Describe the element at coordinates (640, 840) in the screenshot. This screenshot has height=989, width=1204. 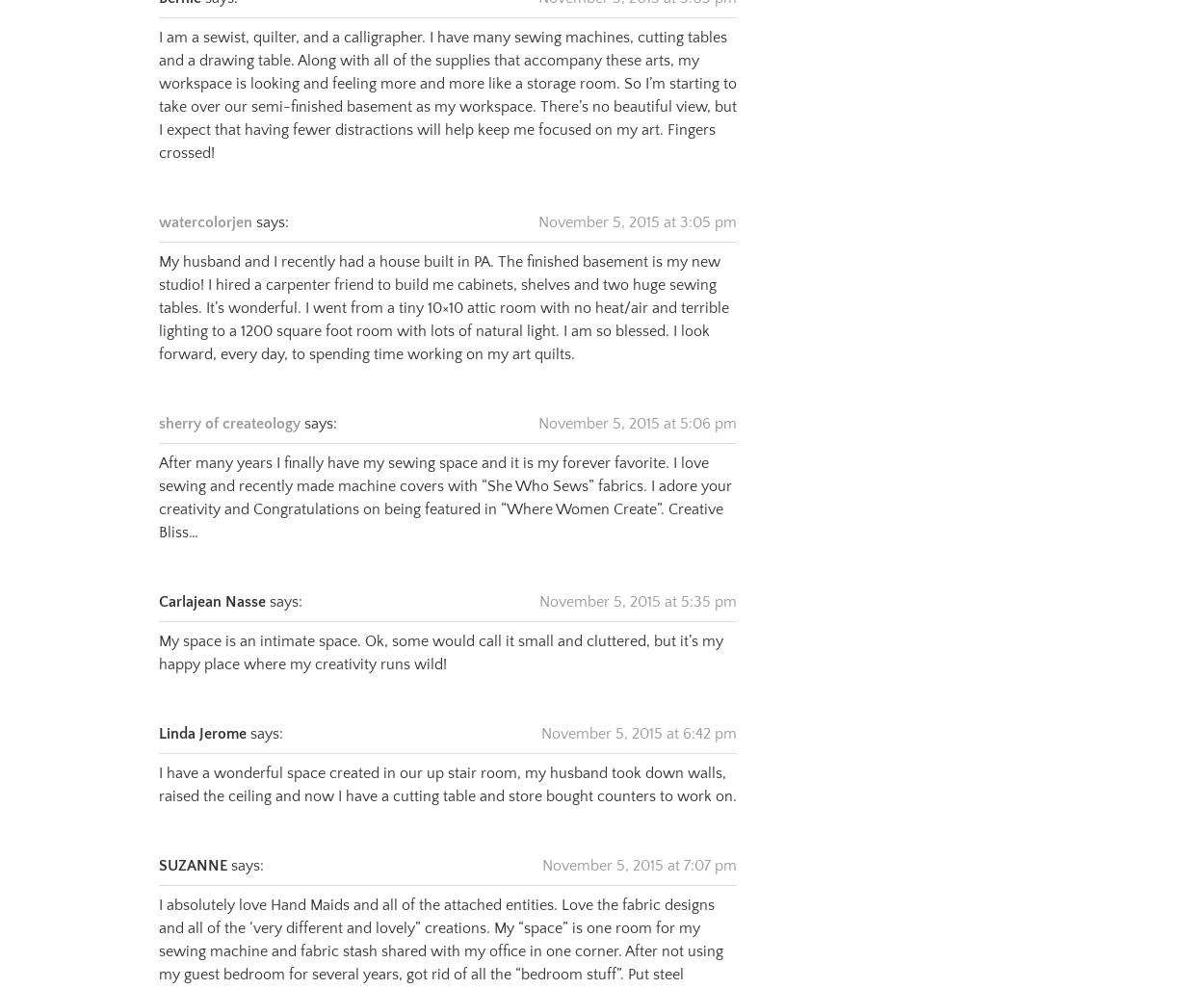
I see `'November 5, 2015 at 7:07 pm'` at that location.